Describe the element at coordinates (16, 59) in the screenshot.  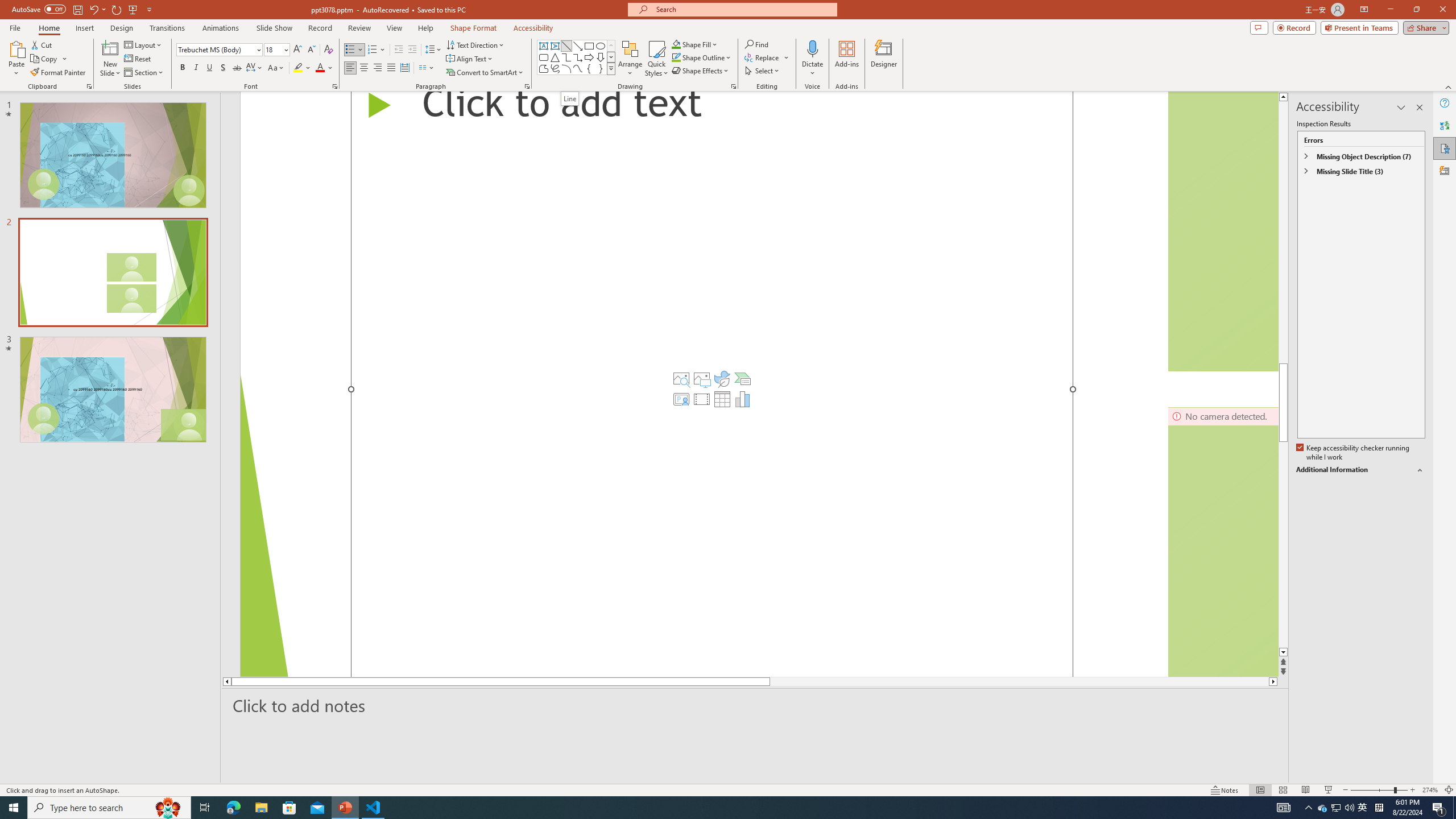
I see `'Paste'` at that location.